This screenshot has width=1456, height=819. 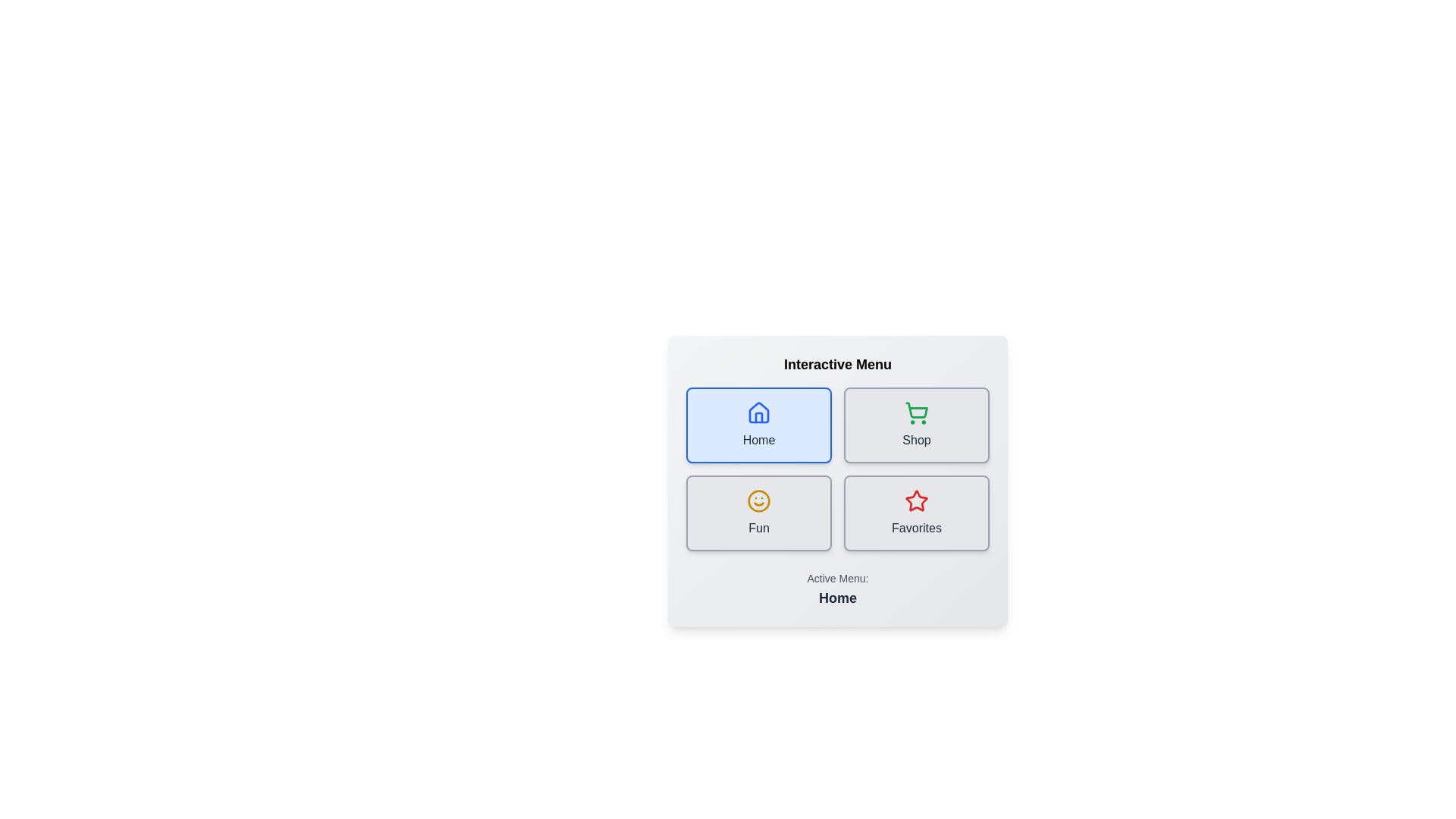 What do you see at coordinates (759, 513) in the screenshot?
I see `the button labeled Fun to observe the hover effect` at bounding box center [759, 513].